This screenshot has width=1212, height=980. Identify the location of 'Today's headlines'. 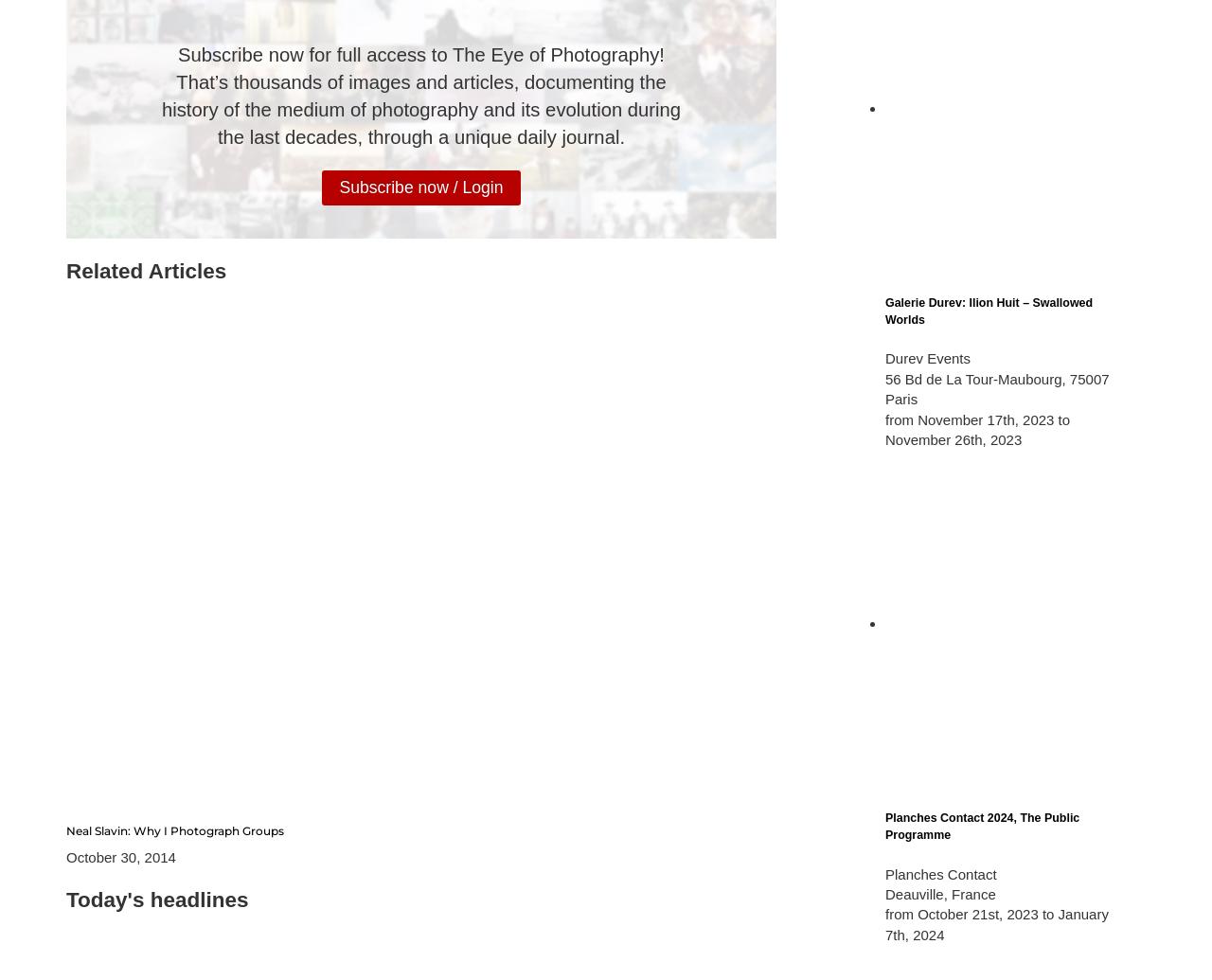
(157, 898).